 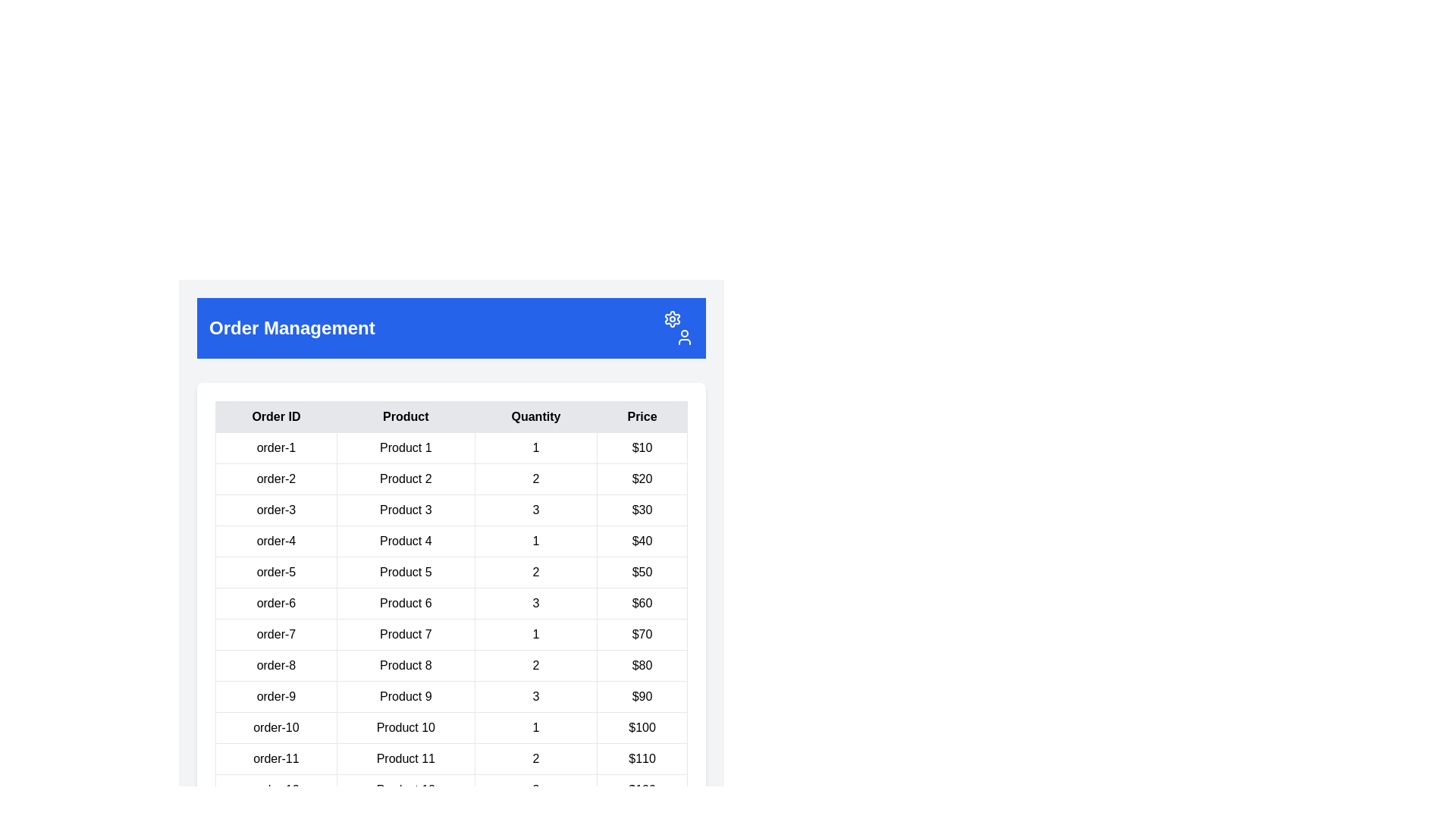 What do you see at coordinates (642, 479) in the screenshot?
I see `the static text block displaying the price of "$20" for "Product 2" in the fourth column of the table` at bounding box center [642, 479].